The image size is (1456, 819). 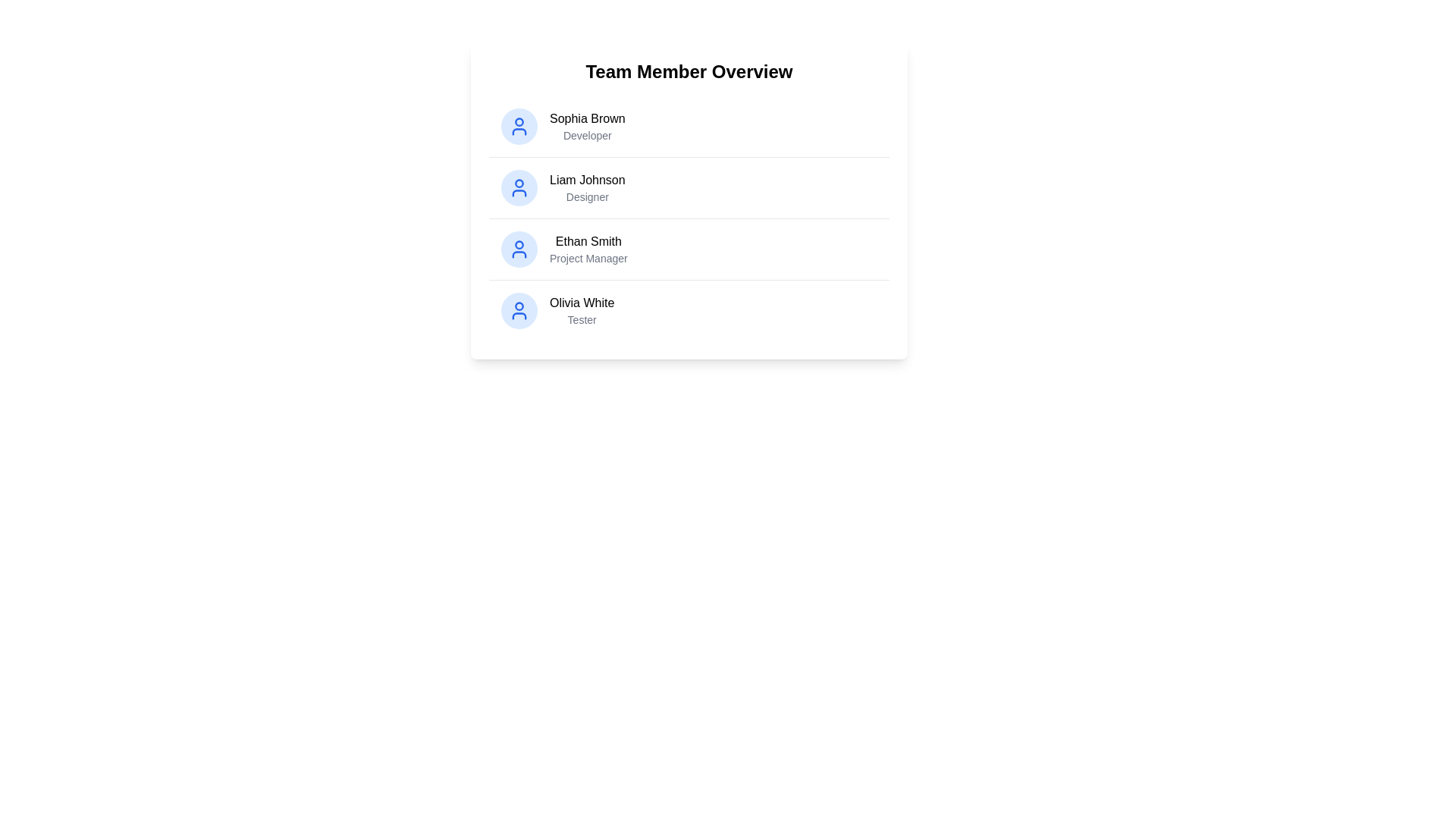 What do you see at coordinates (586, 118) in the screenshot?
I see `the static text label displaying 'Sophia Brown', which is the upper text in the first item of the team members list, styled to stand out from the lower grayed text 'Developer'` at bounding box center [586, 118].